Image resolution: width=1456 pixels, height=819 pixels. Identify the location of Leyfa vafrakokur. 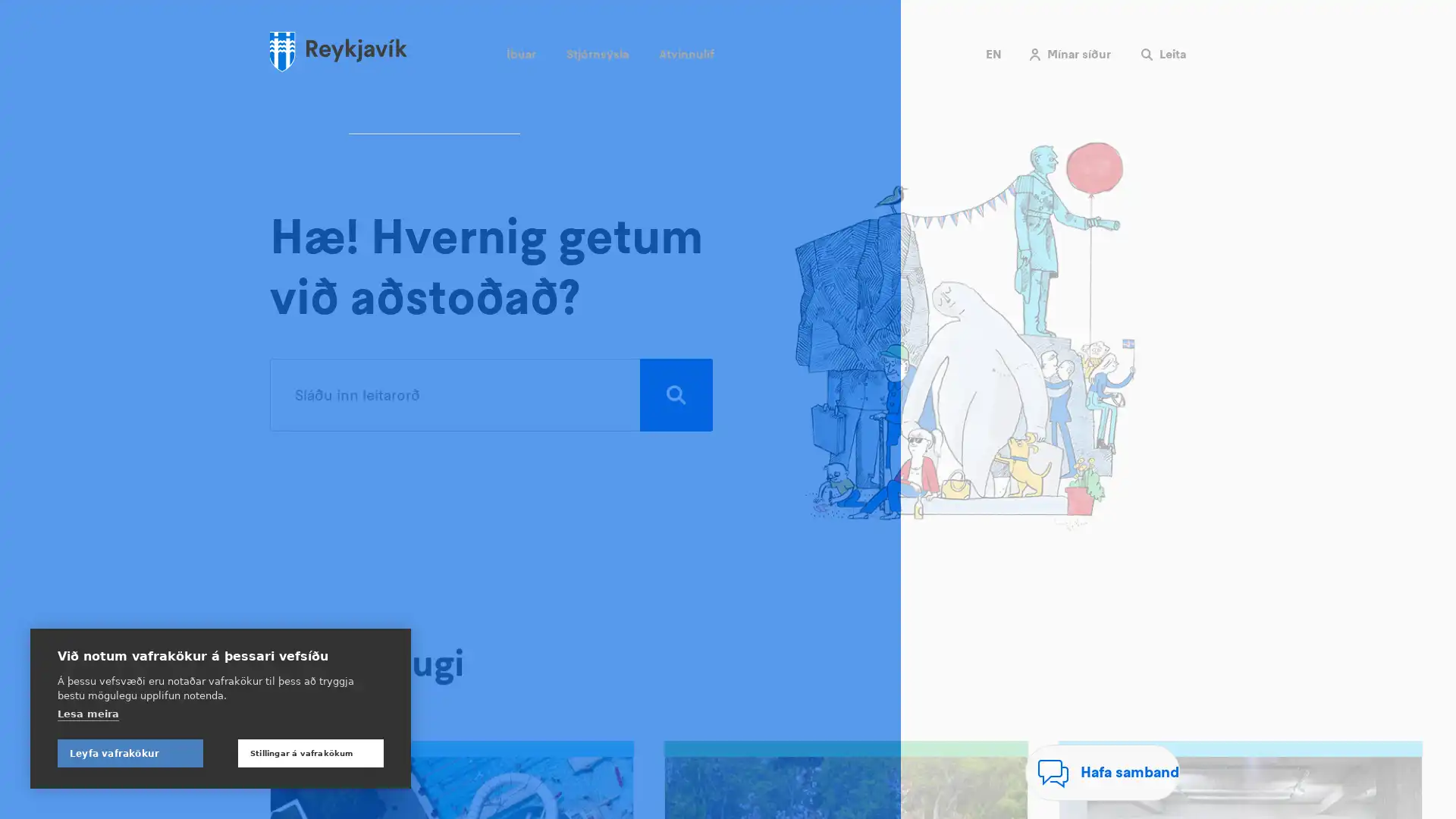
(130, 753).